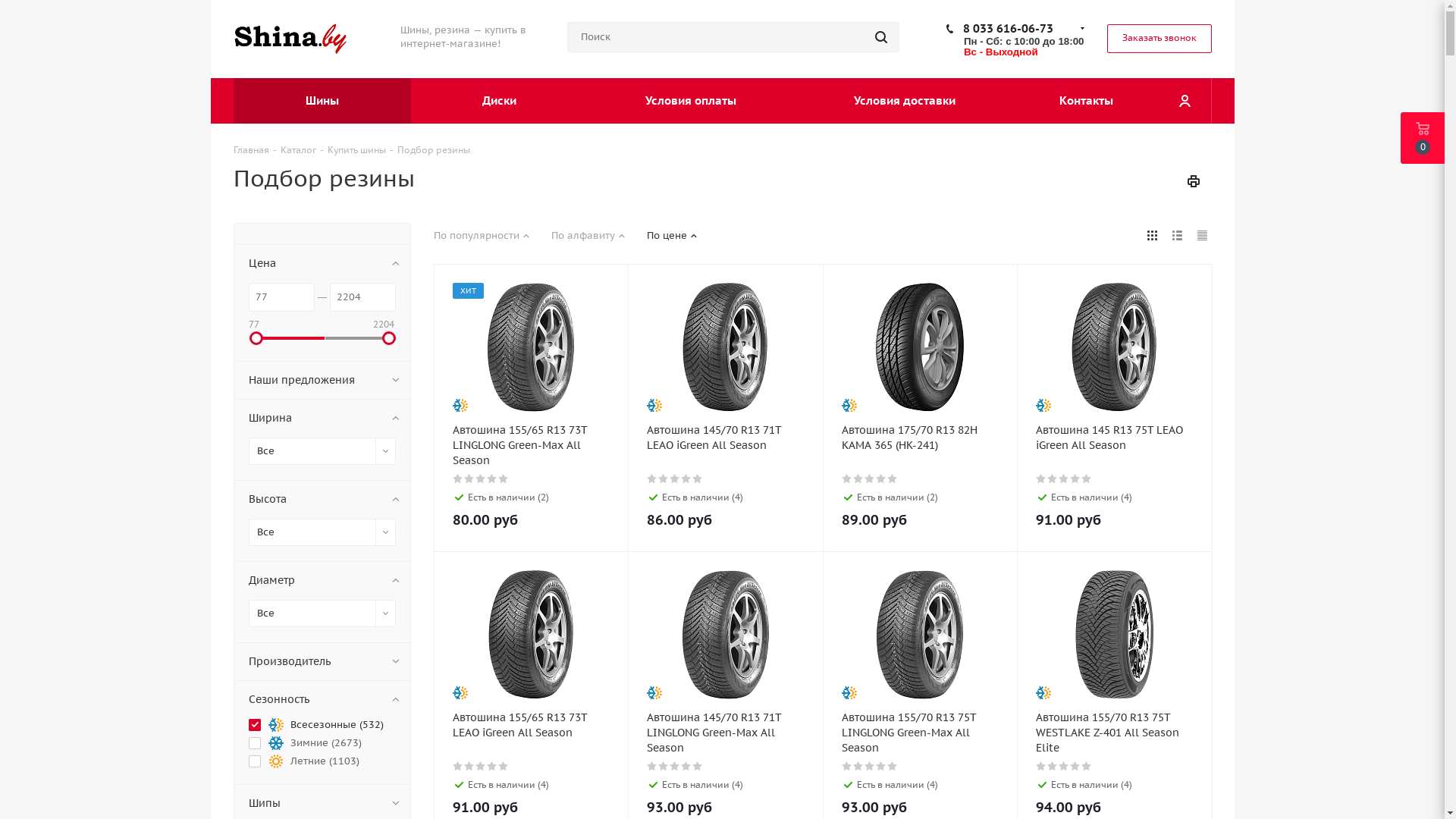 The image size is (1456, 819). What do you see at coordinates (686, 766) in the screenshot?
I see `'4'` at bounding box center [686, 766].